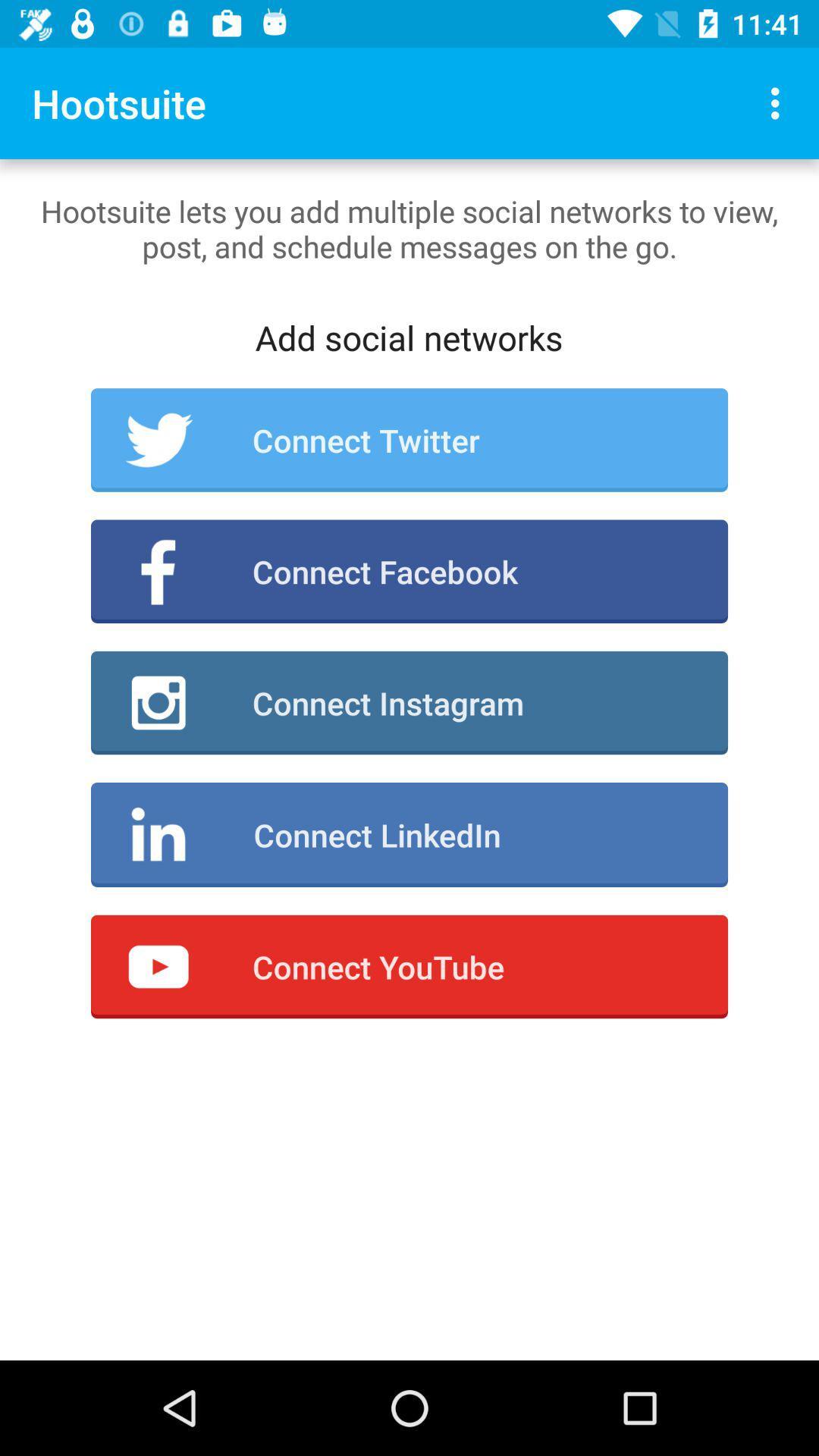 Image resolution: width=819 pixels, height=1456 pixels. What do you see at coordinates (779, 102) in the screenshot?
I see `the icon at the top right corner` at bounding box center [779, 102].